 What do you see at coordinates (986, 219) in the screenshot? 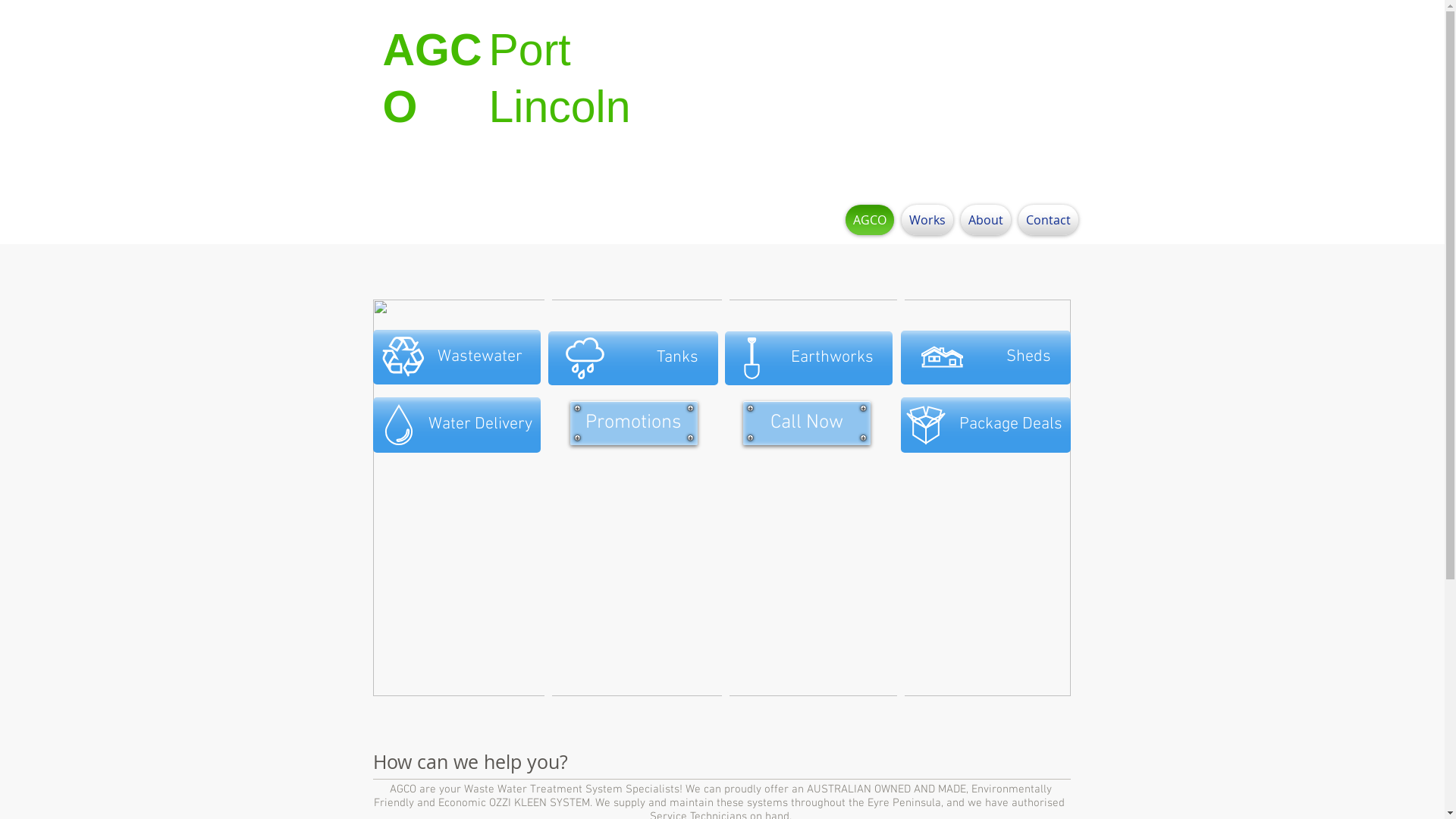
I see `'About'` at bounding box center [986, 219].